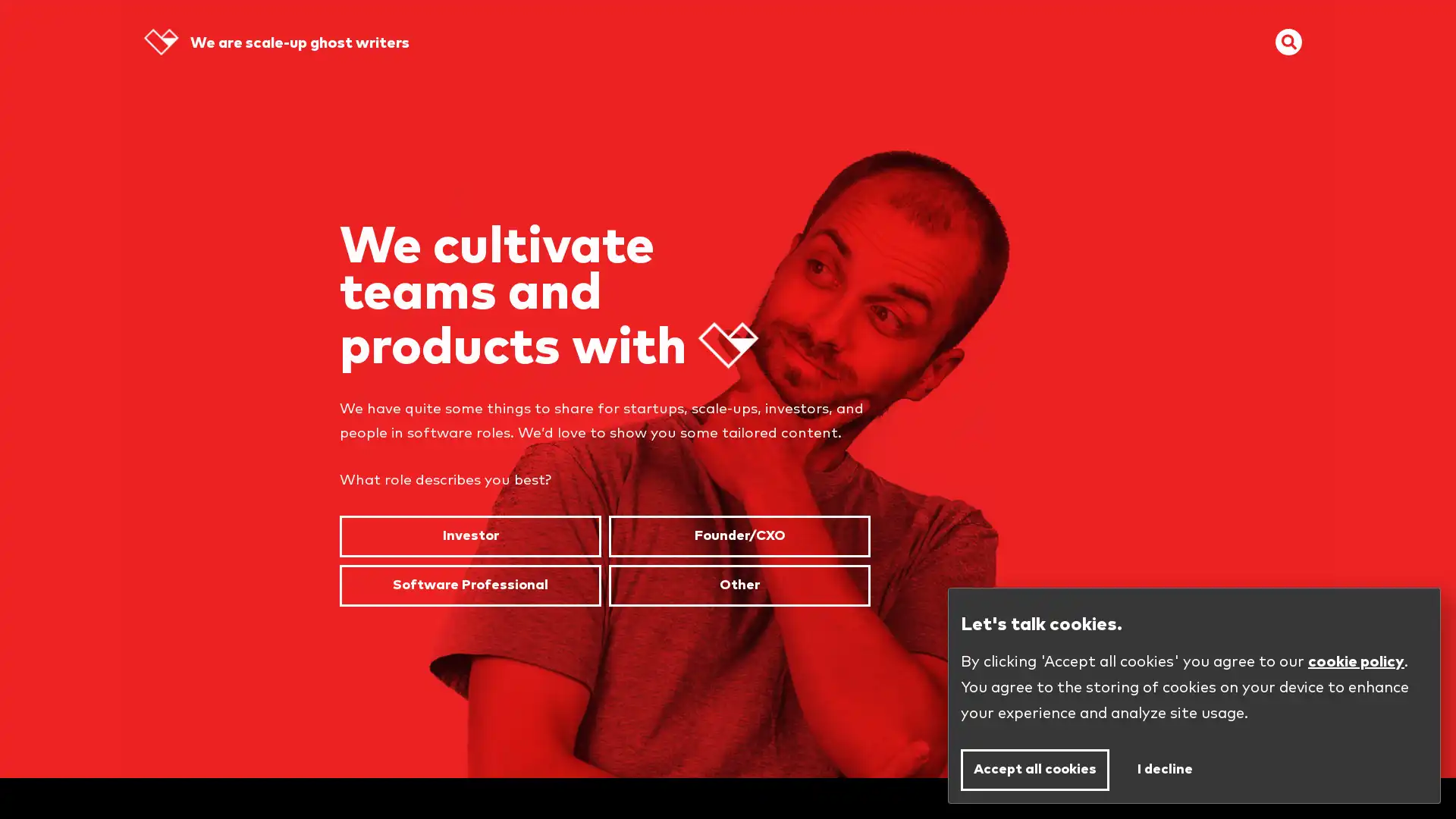 This screenshot has height=819, width=1456. What do you see at coordinates (739, 535) in the screenshot?
I see `Founder/CXO` at bounding box center [739, 535].